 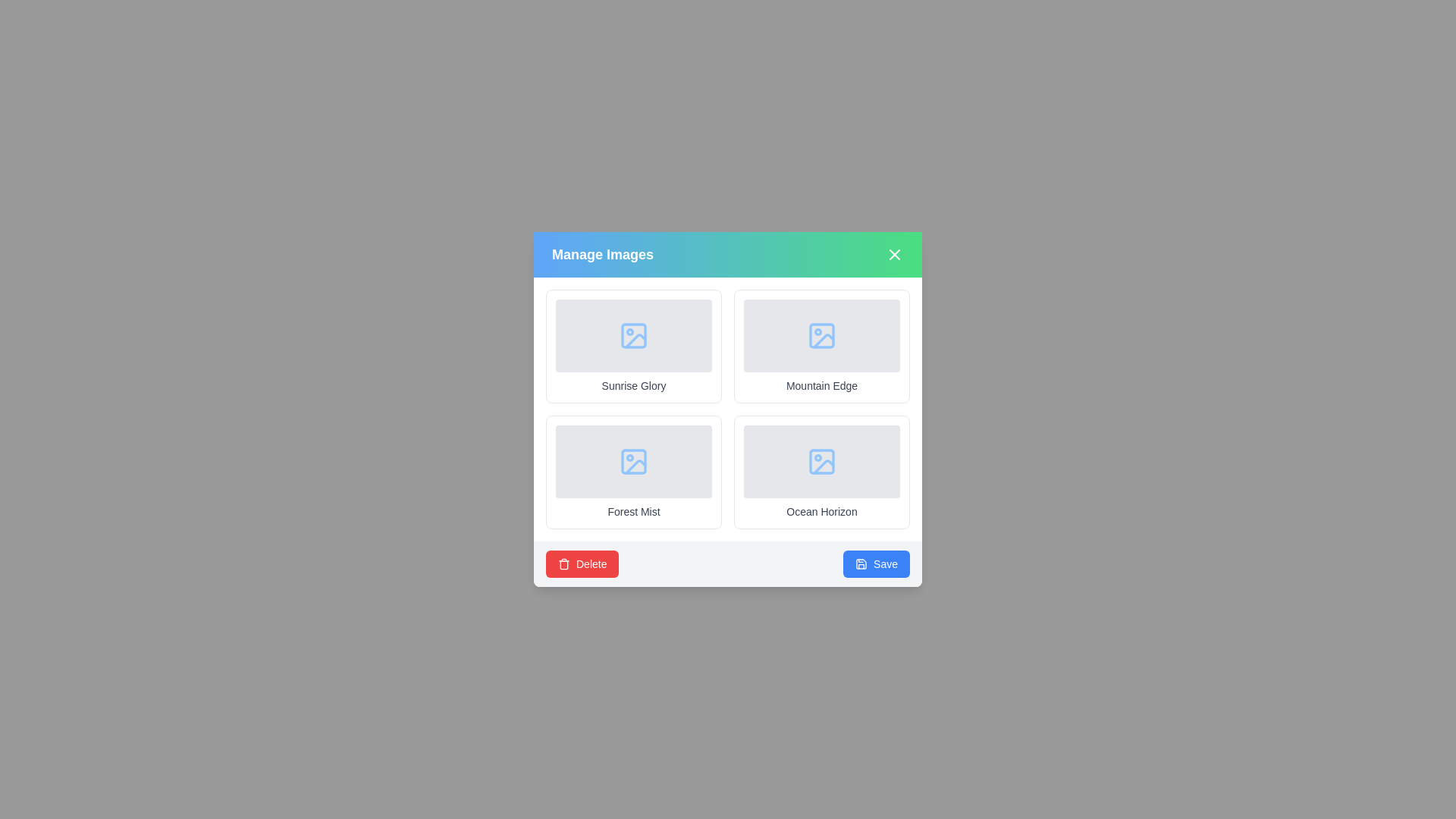 What do you see at coordinates (895, 253) in the screenshot?
I see `the close button located at the top-right corner of the 'Manage Images' modal` at bounding box center [895, 253].